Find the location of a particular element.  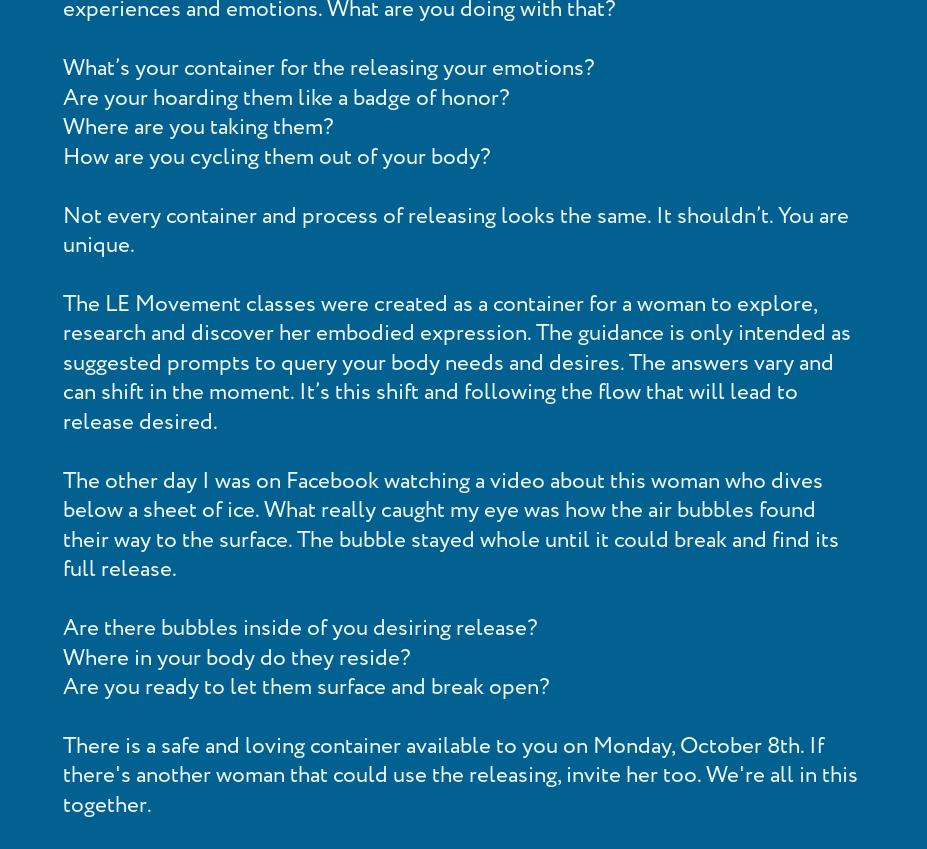

'The other day I was on Facebook watching a video about this woman who dives below a sheet of ice. What really caught my eye was how the air bubbles found their way to the surface. The bubble stayed whole until it could break and find its full release.' is located at coordinates (451, 525).